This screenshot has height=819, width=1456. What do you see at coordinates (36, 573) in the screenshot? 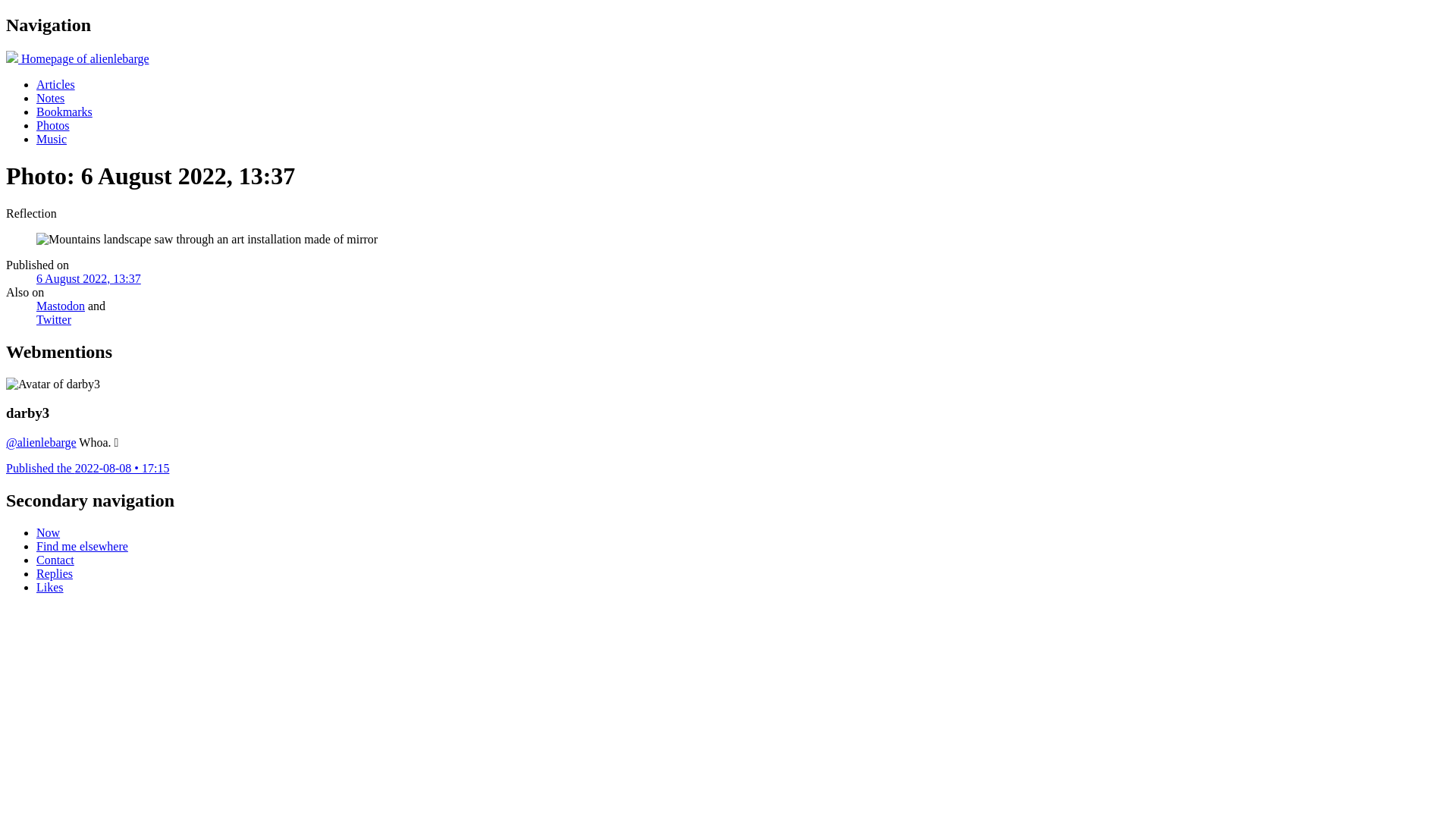
I see `'Replies'` at bounding box center [36, 573].